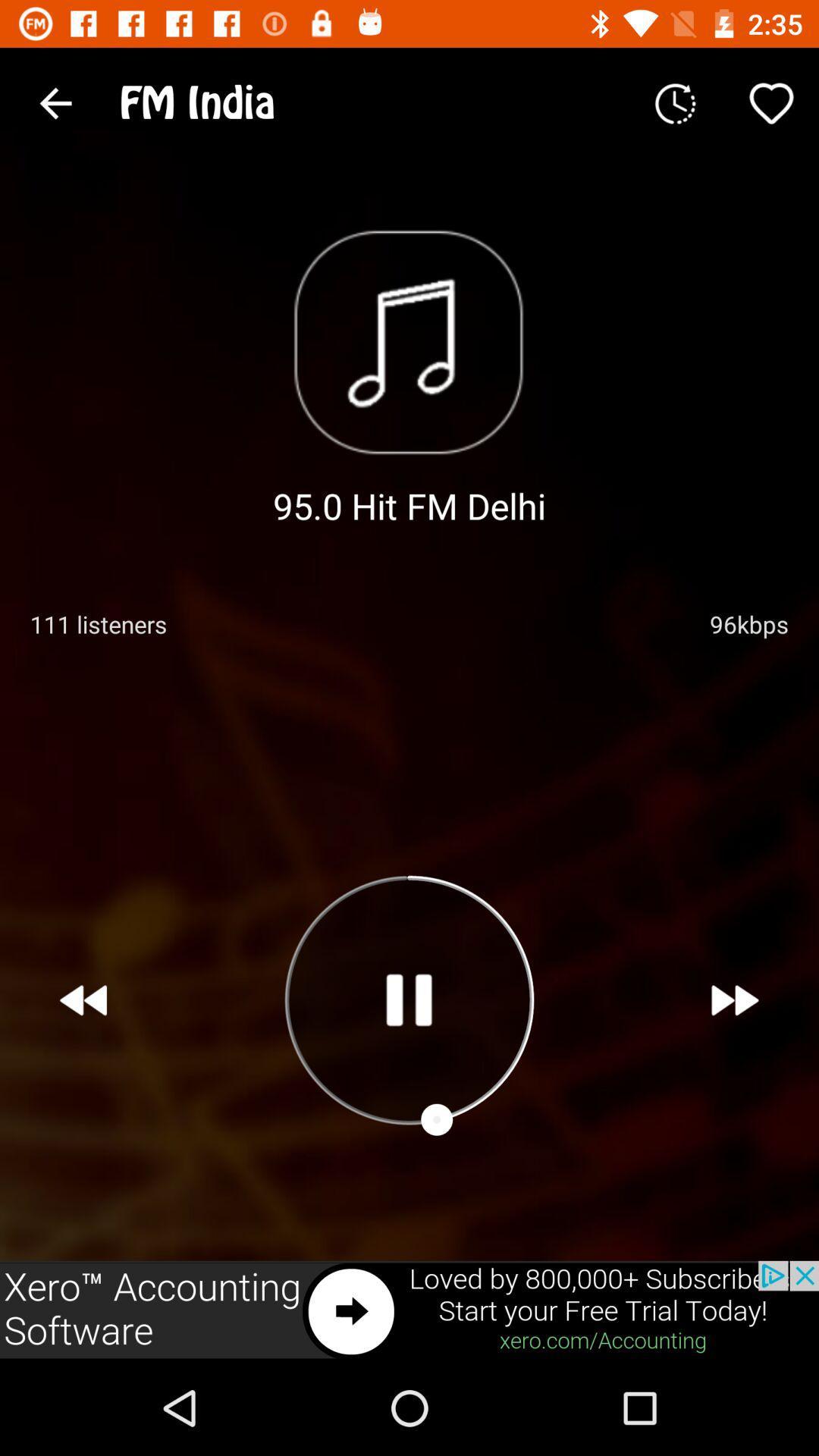 This screenshot has width=819, height=1456. Describe the element at coordinates (408, 999) in the screenshot. I see `pause` at that location.